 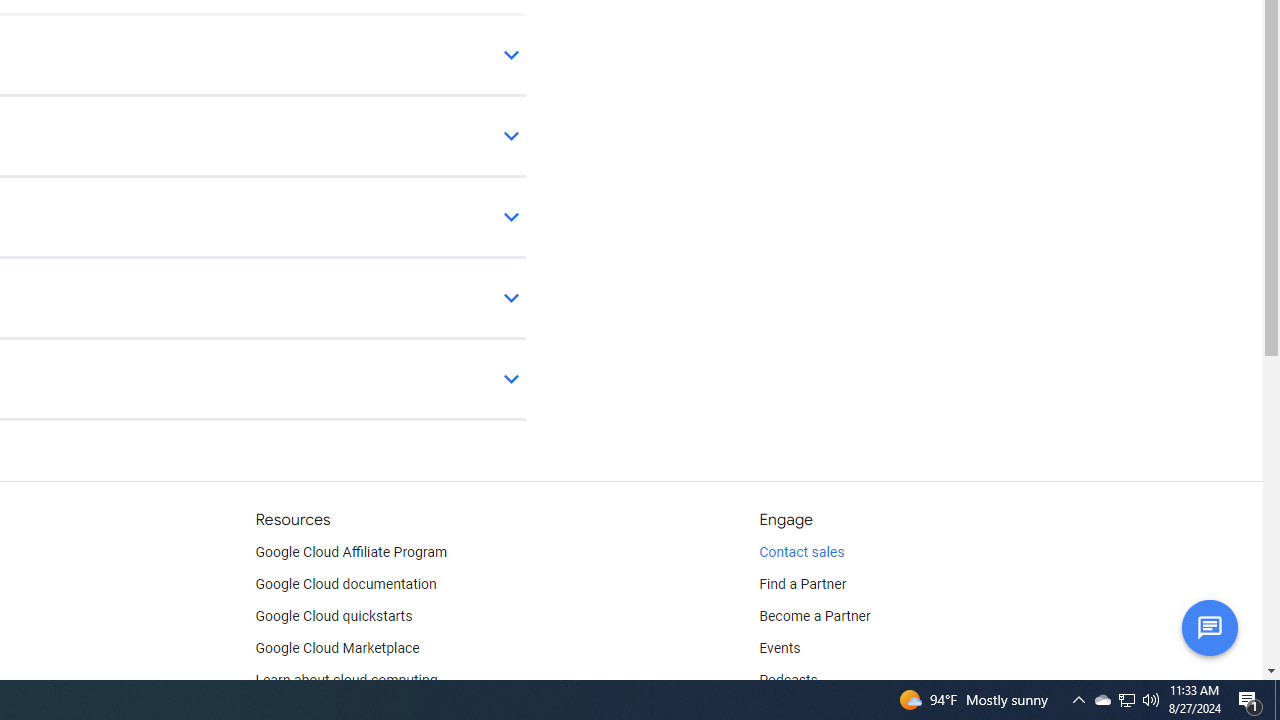 What do you see at coordinates (803, 585) in the screenshot?
I see `'Find a Partner'` at bounding box center [803, 585].